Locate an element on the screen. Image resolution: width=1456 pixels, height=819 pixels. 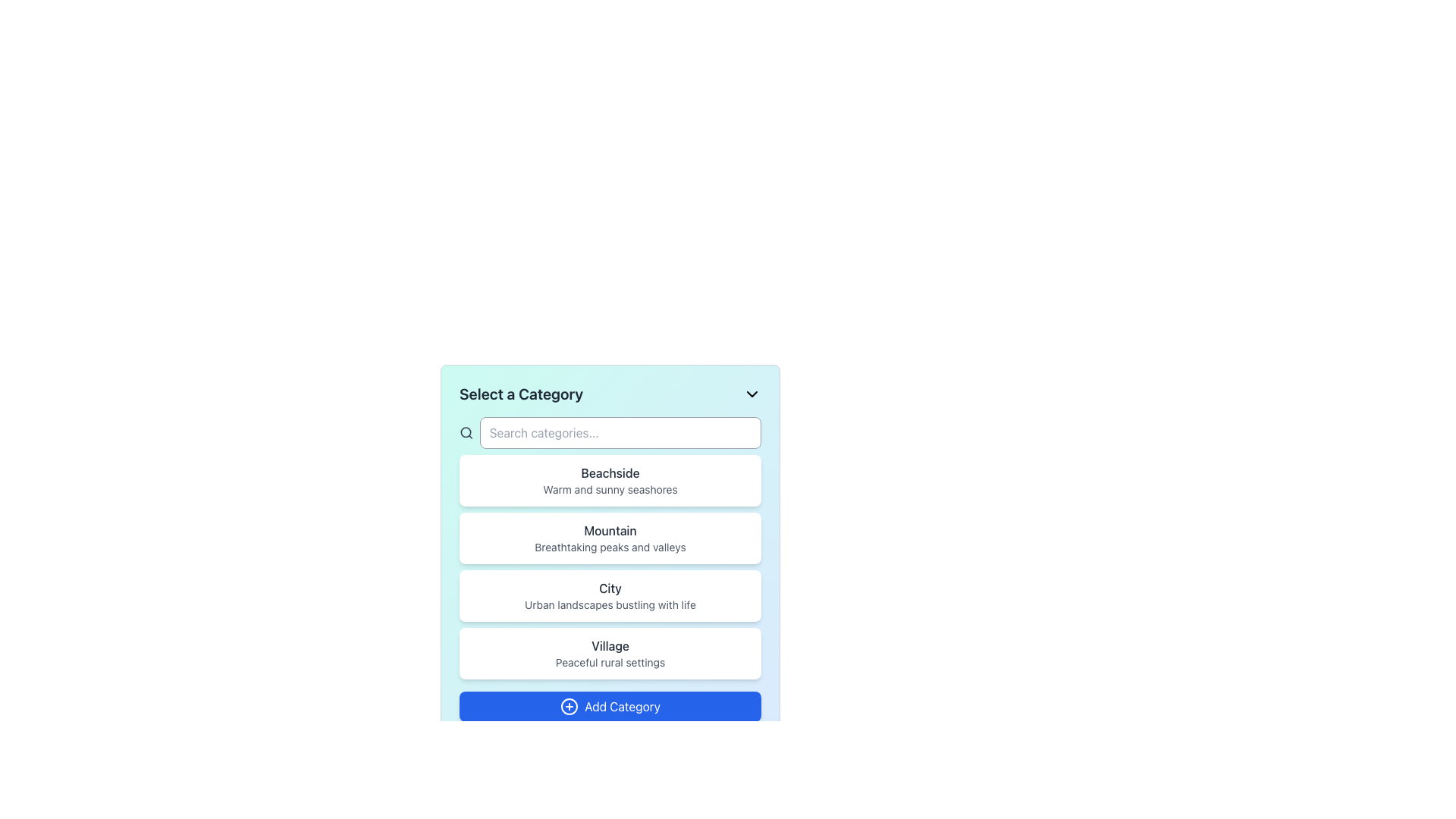
the button located at the bottom of the category list is located at coordinates (610, 707).